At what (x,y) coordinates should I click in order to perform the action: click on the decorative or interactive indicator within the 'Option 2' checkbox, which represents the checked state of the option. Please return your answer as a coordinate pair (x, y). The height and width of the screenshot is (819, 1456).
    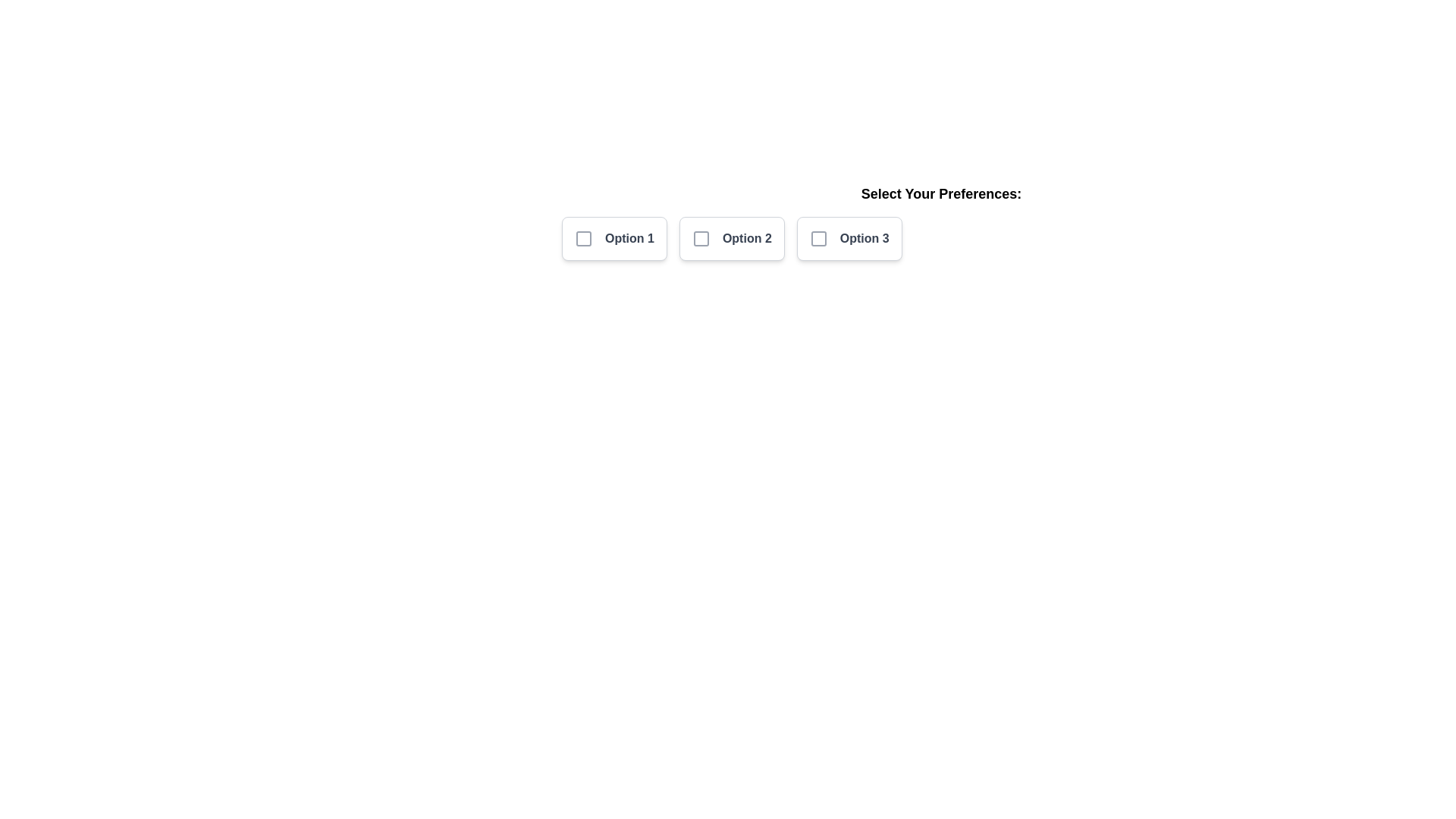
    Looking at the image, I should click on (700, 239).